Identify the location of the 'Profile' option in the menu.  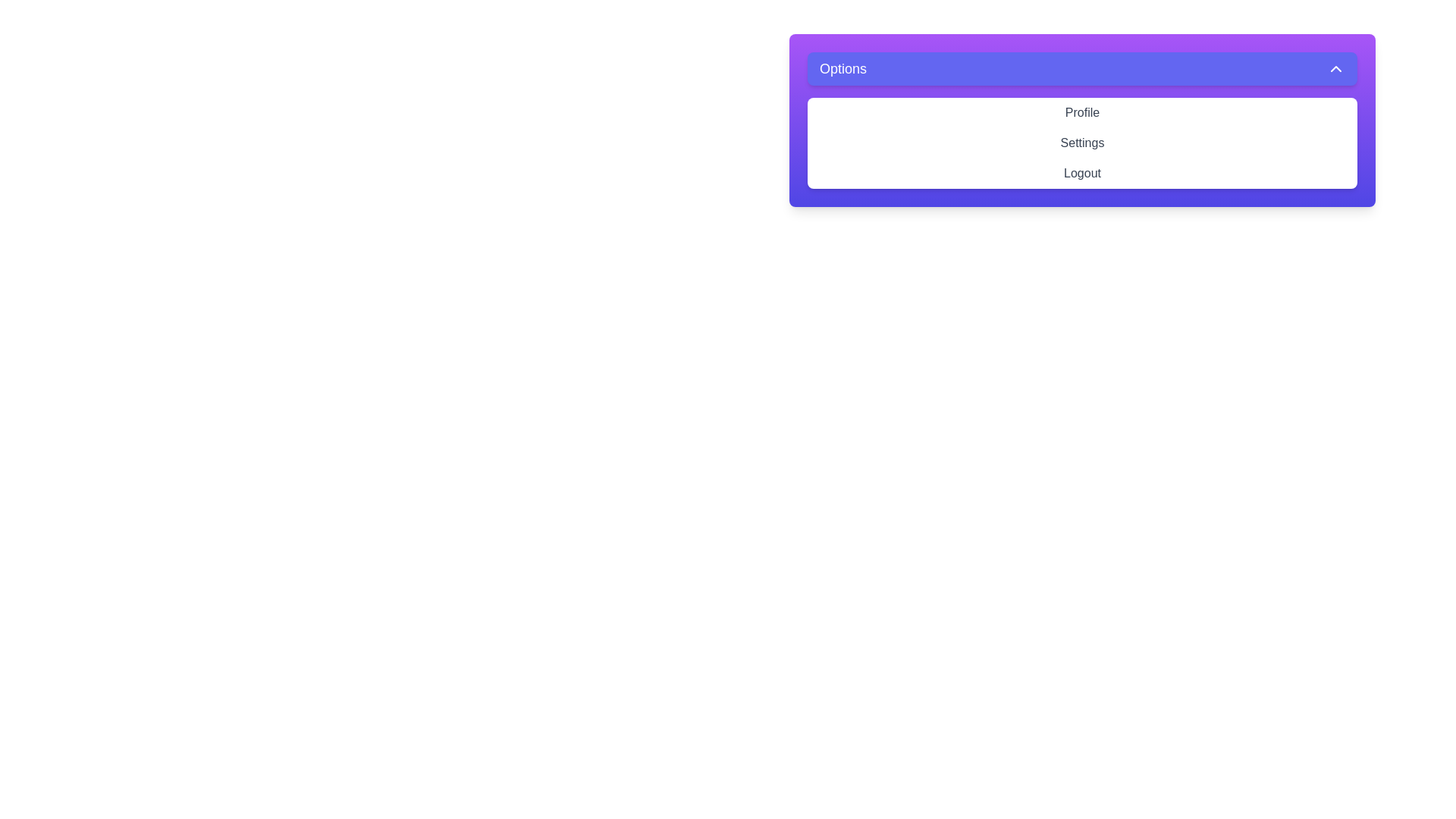
(1081, 112).